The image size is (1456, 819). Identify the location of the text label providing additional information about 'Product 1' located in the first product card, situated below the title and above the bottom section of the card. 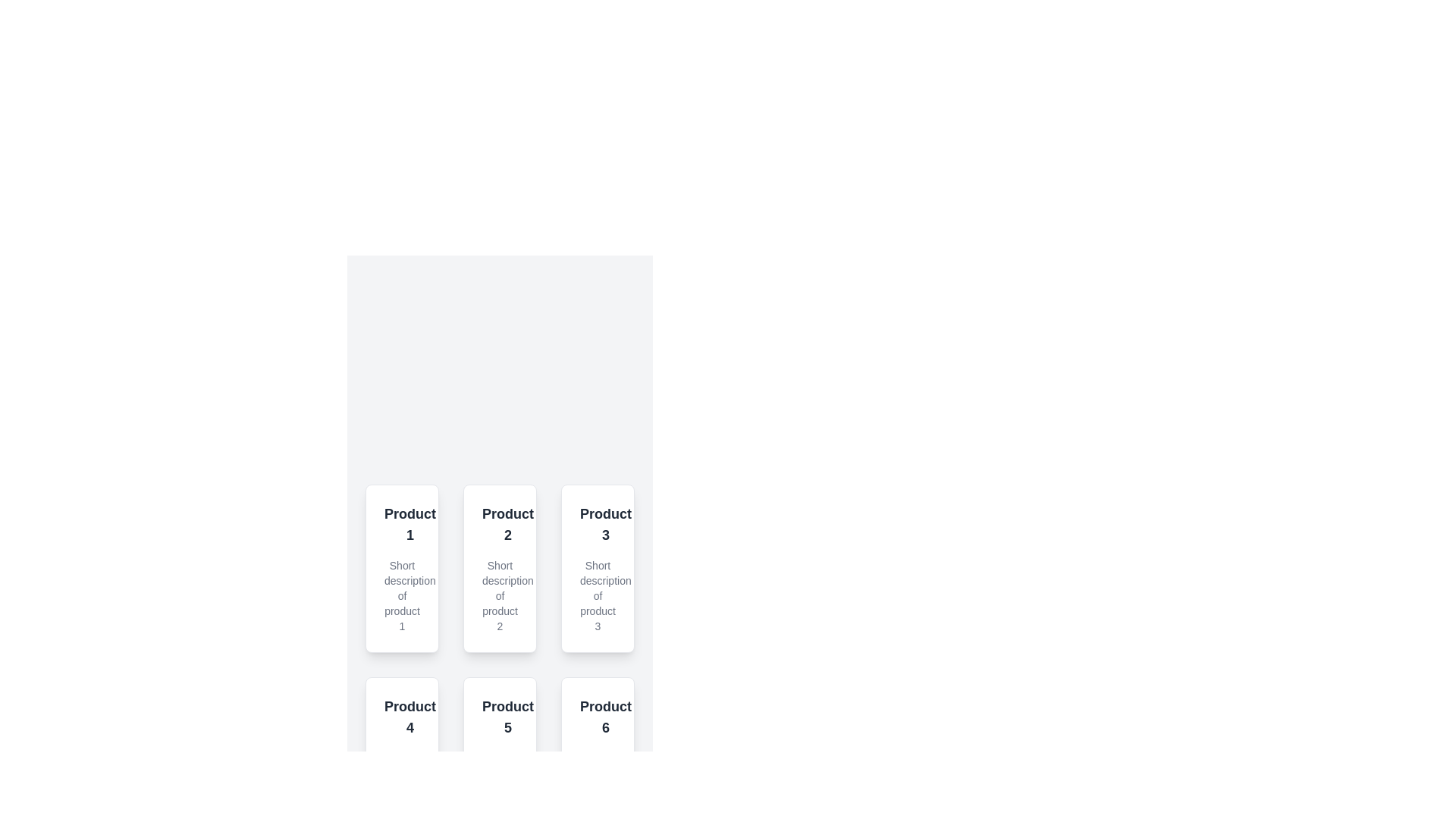
(402, 595).